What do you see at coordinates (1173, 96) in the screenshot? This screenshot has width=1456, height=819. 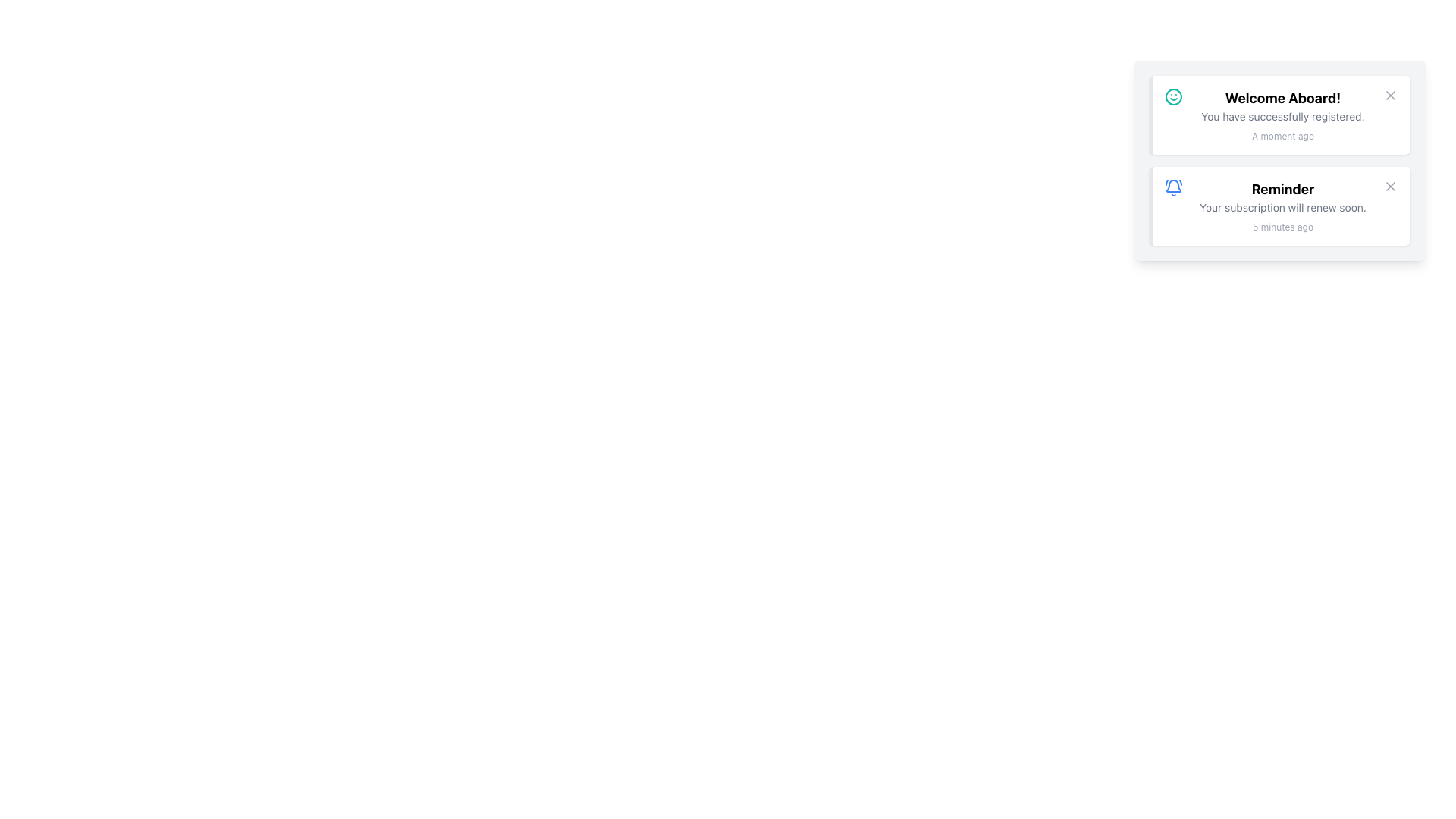 I see `the teal-colored smiling face icon located in the top-left corner of the 'Welcome Aboard!' notification card` at bounding box center [1173, 96].